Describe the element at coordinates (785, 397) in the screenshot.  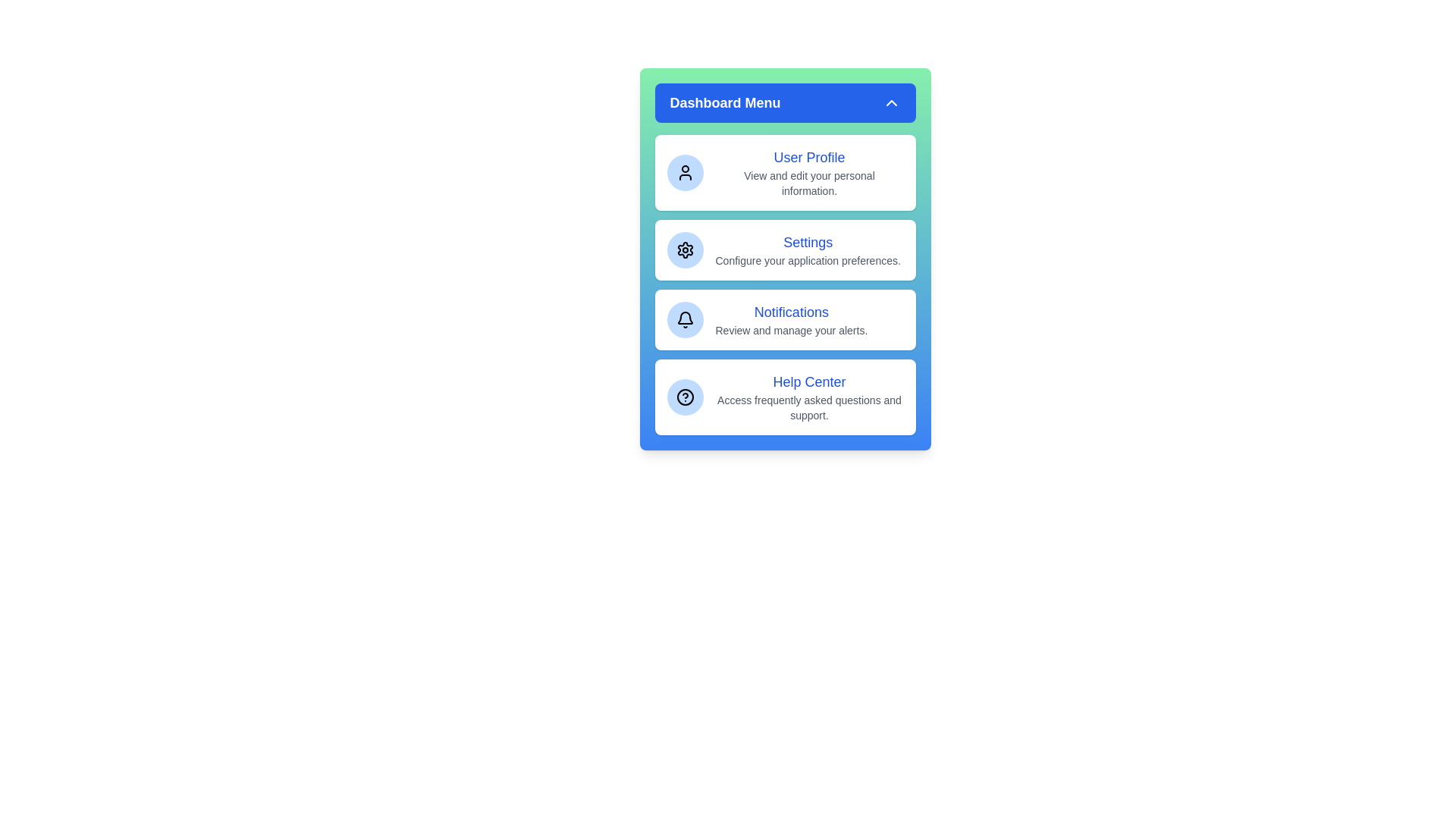
I see `the menu option Help Center` at that location.